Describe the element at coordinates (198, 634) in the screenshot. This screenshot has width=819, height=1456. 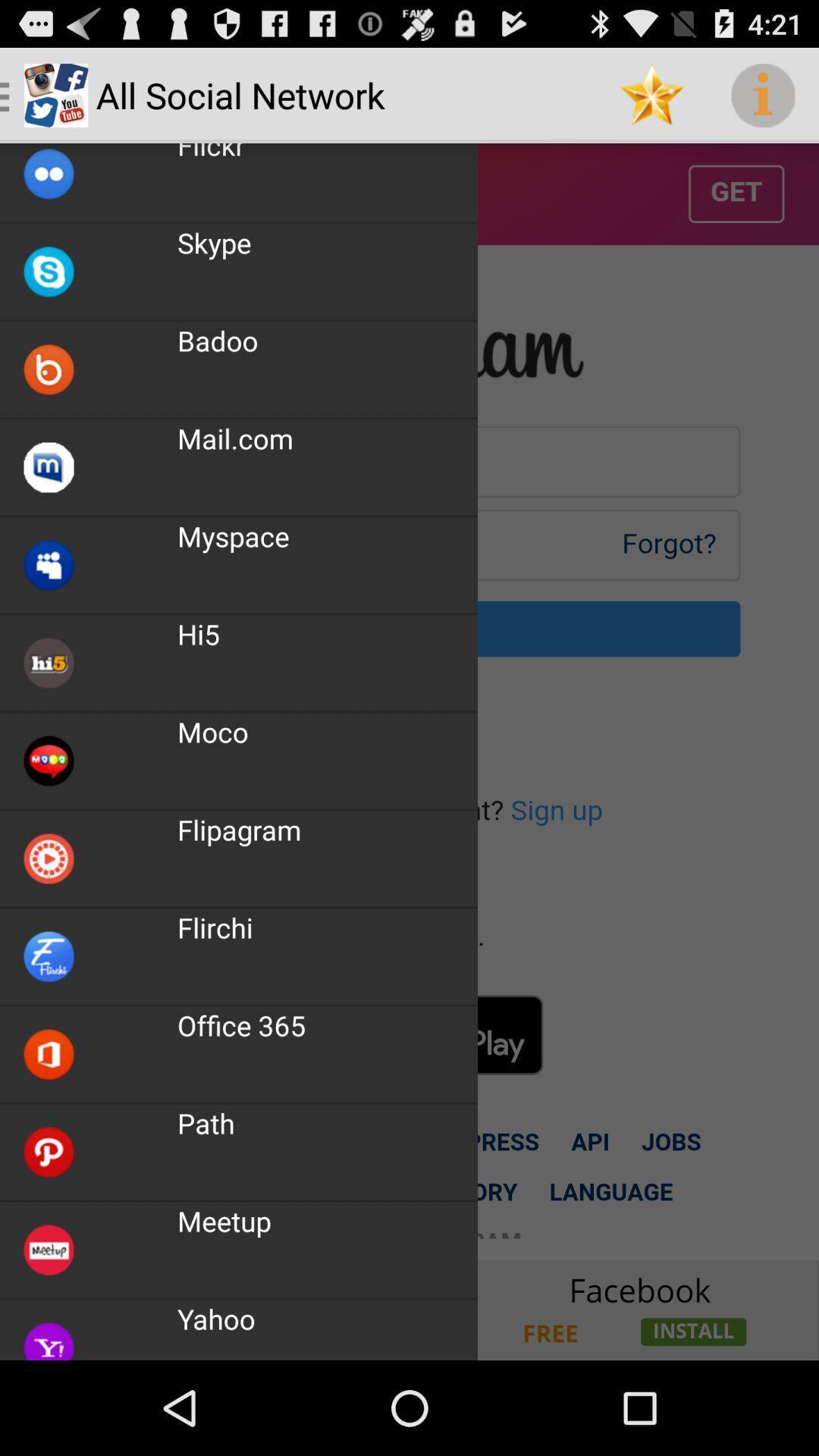
I see `the icon below myspace app` at that location.